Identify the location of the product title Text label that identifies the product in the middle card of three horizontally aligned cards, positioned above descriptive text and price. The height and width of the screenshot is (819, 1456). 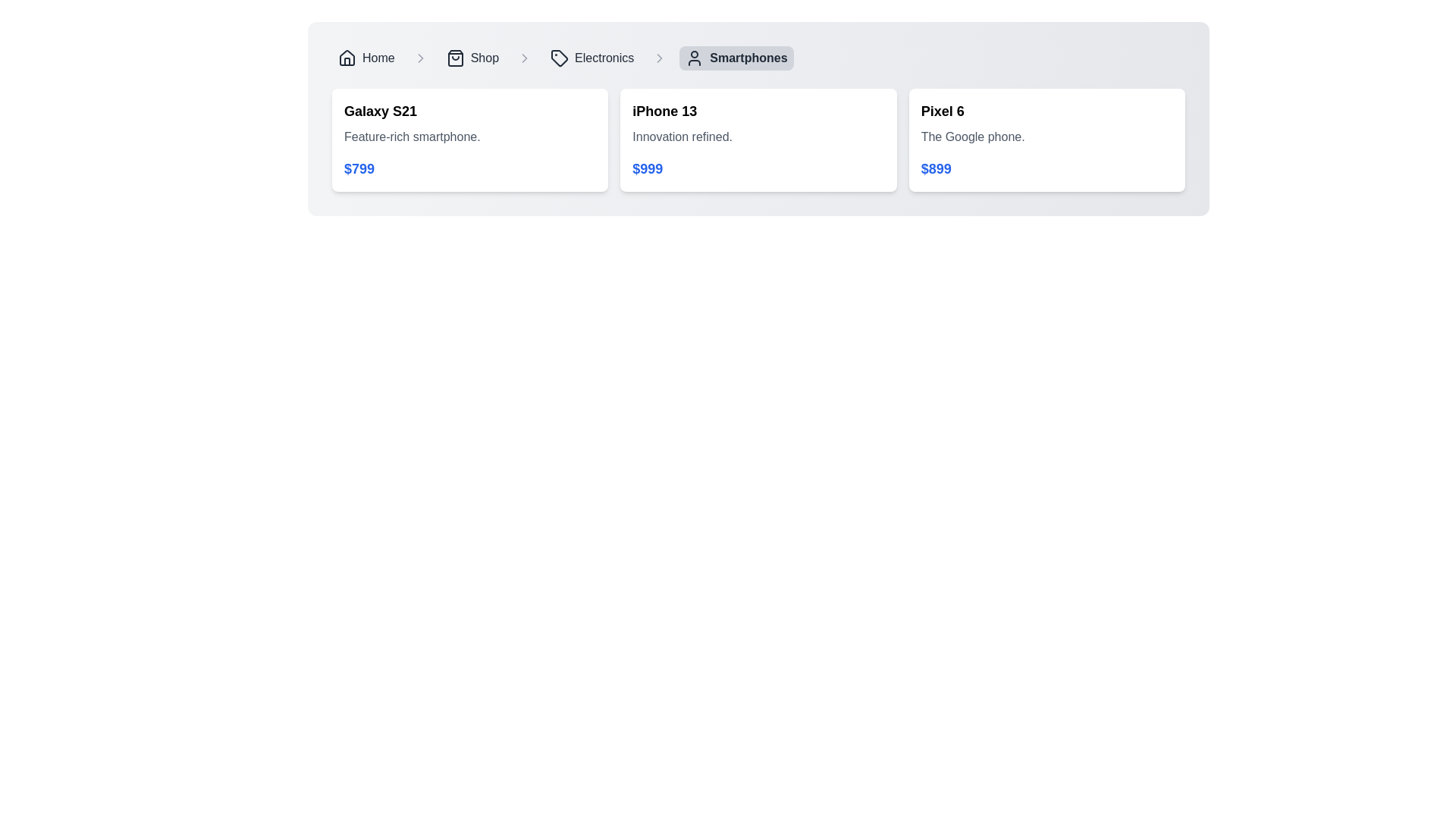
(664, 110).